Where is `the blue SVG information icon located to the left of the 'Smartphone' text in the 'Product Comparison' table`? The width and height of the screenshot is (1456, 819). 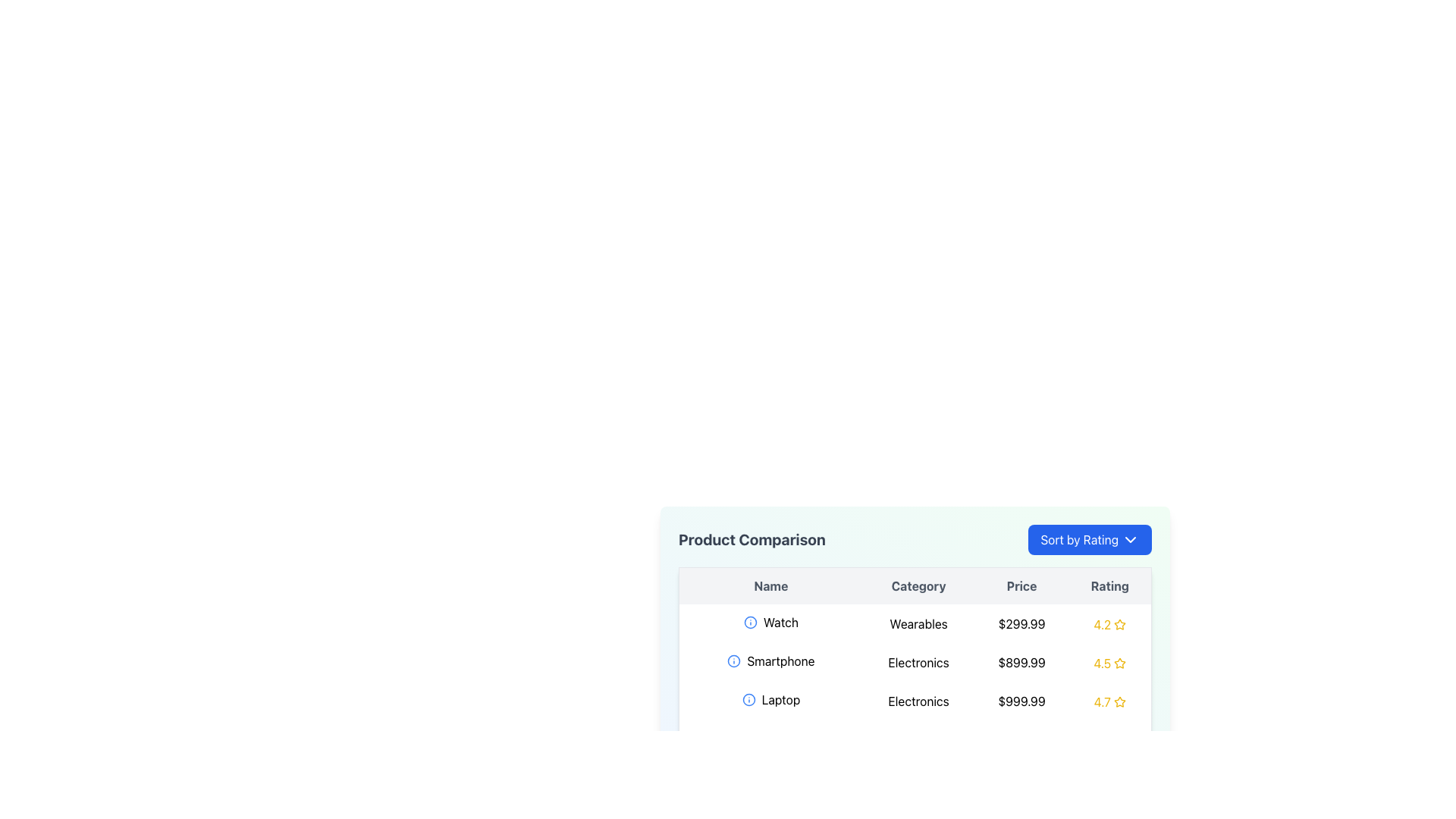 the blue SVG information icon located to the left of the 'Smartphone' text in the 'Product Comparison' table is located at coordinates (734, 660).